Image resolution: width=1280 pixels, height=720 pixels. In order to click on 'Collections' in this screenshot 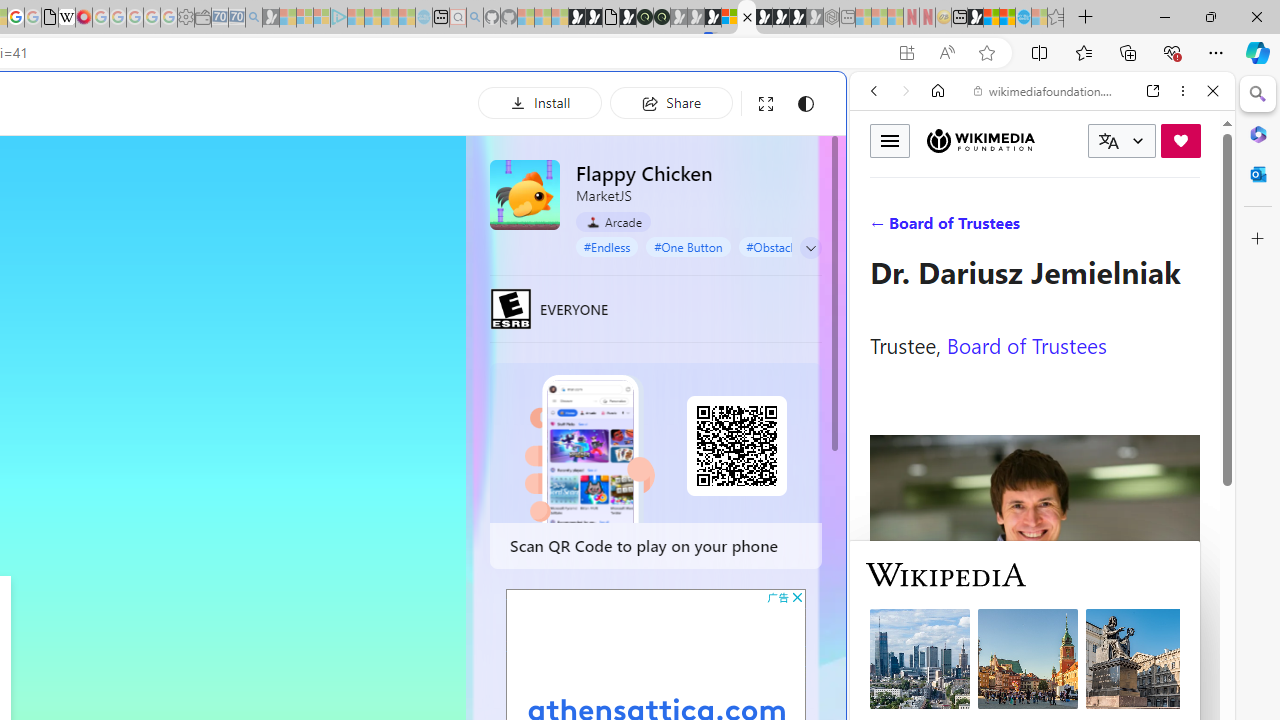, I will do `click(1128, 51)`.